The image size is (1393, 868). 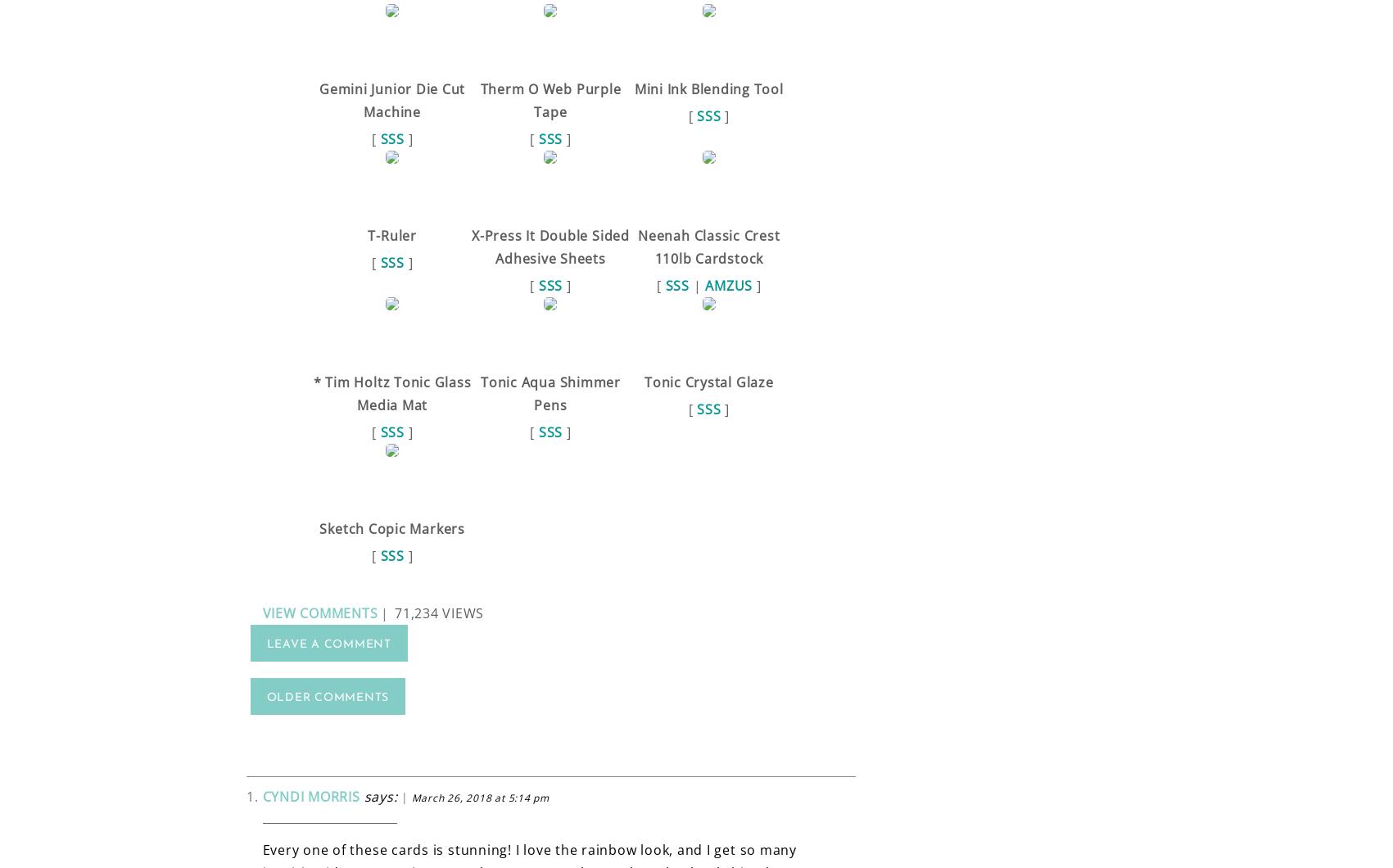 I want to click on 'says:', so click(x=379, y=795).